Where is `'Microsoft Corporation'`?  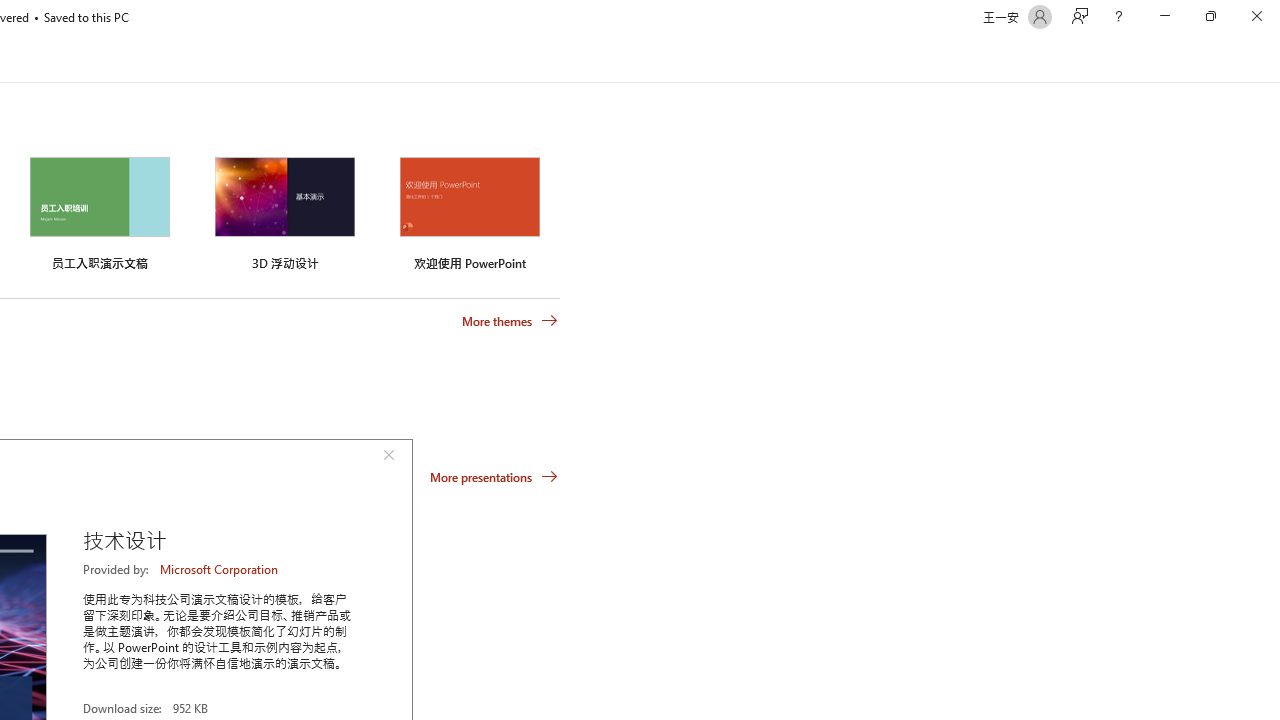
'Microsoft Corporation' is located at coordinates (220, 569).